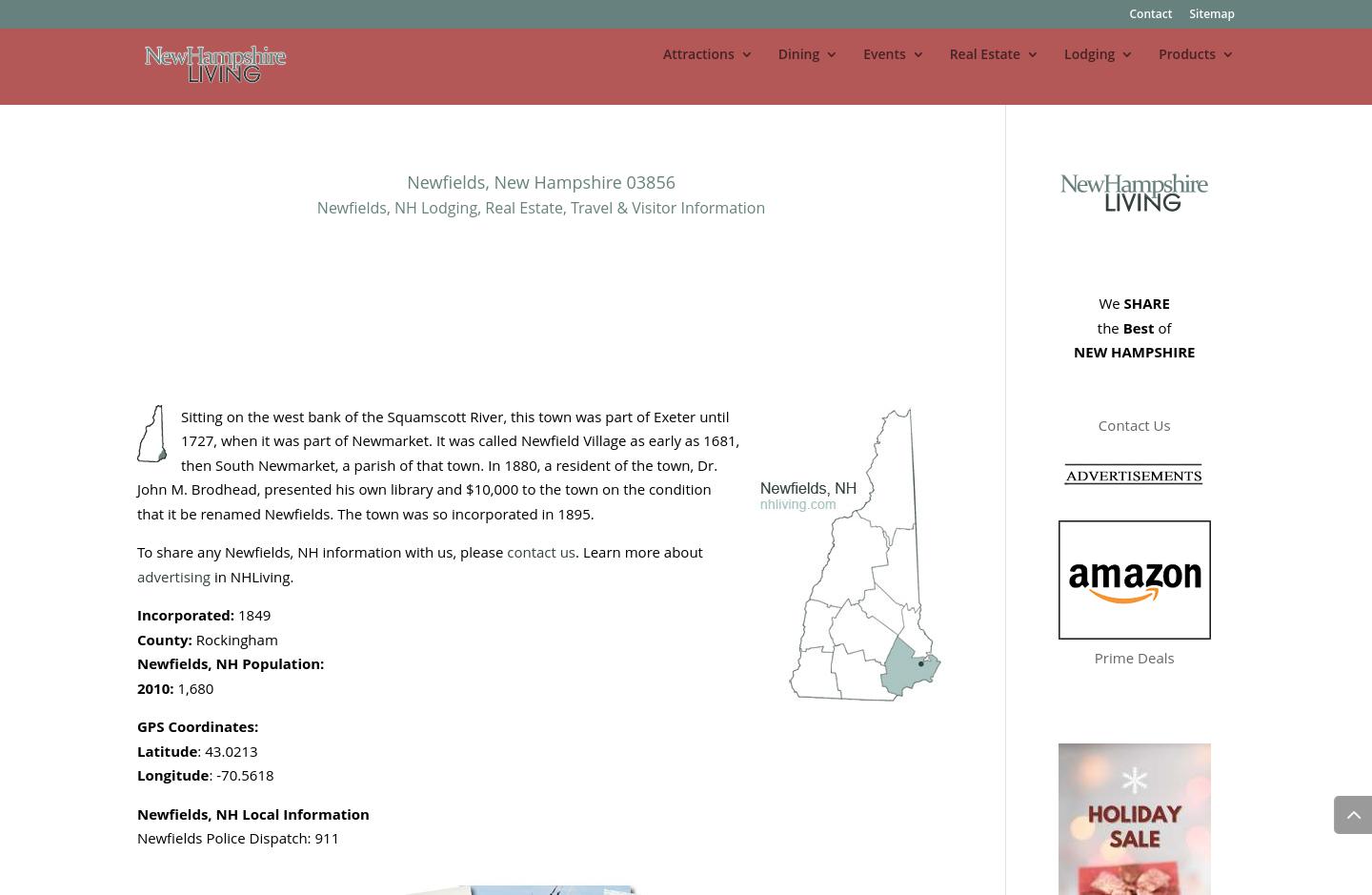 The image size is (1372, 895). What do you see at coordinates (727, 262) in the screenshot?
I see `'Beaches'` at bounding box center [727, 262].